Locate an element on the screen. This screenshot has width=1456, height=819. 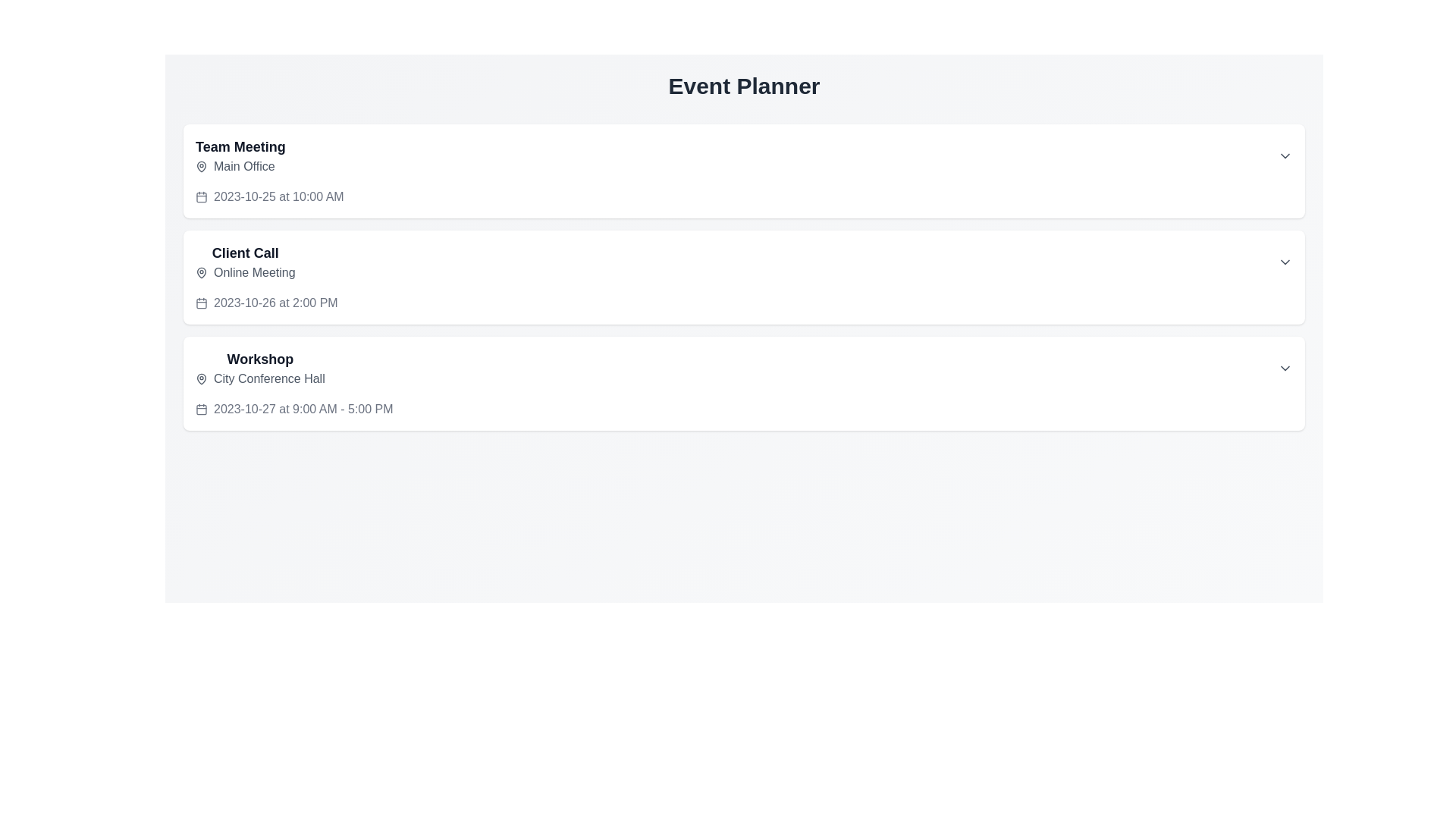
the Text label that serves as the title for the event, displaying 'Team Meeting' is located at coordinates (240, 146).